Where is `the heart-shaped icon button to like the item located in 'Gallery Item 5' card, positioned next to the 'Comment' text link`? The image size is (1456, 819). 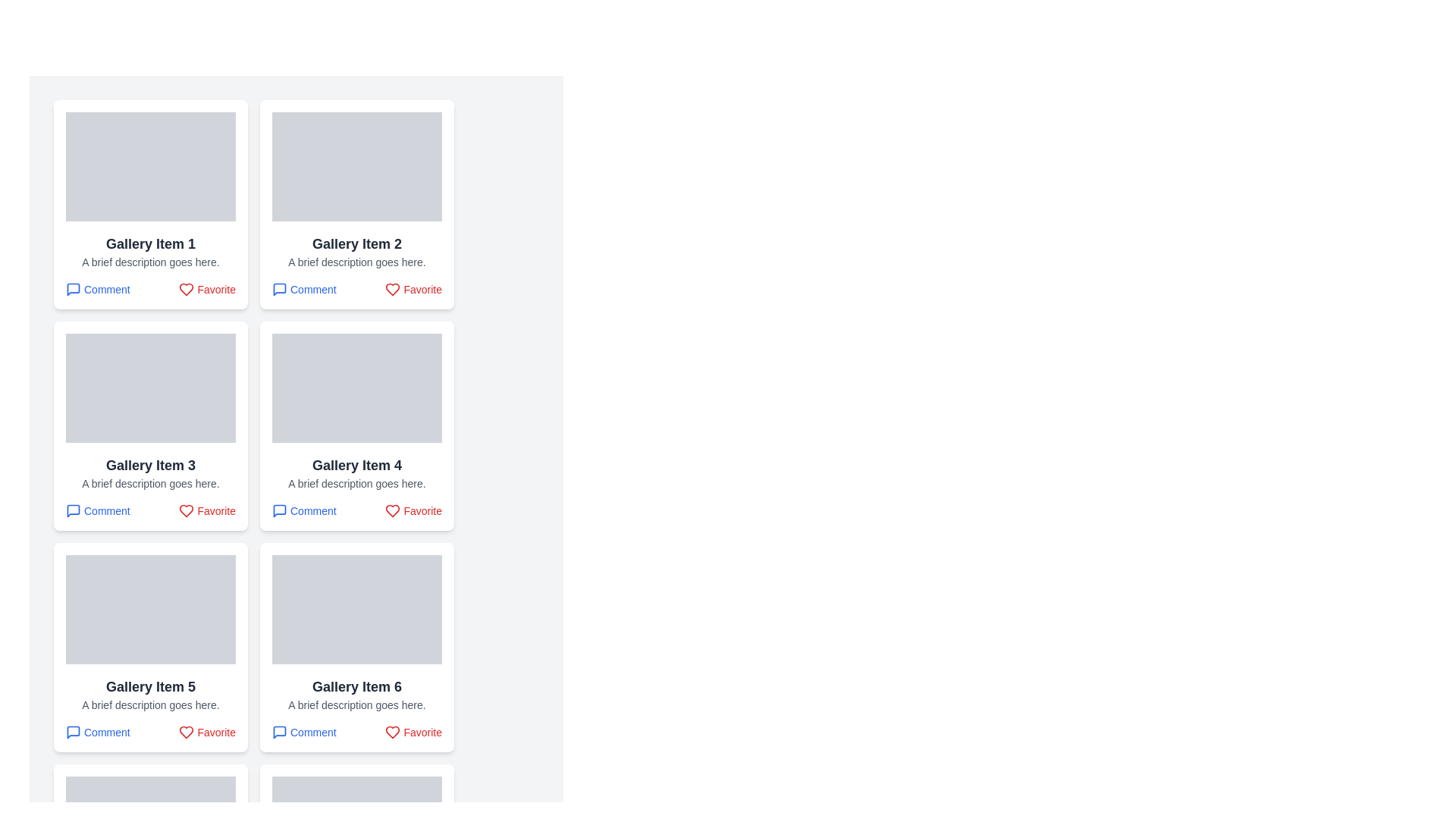 the heart-shaped icon button to like the item located in 'Gallery Item 5' card, positioned next to the 'Comment' text link is located at coordinates (186, 731).